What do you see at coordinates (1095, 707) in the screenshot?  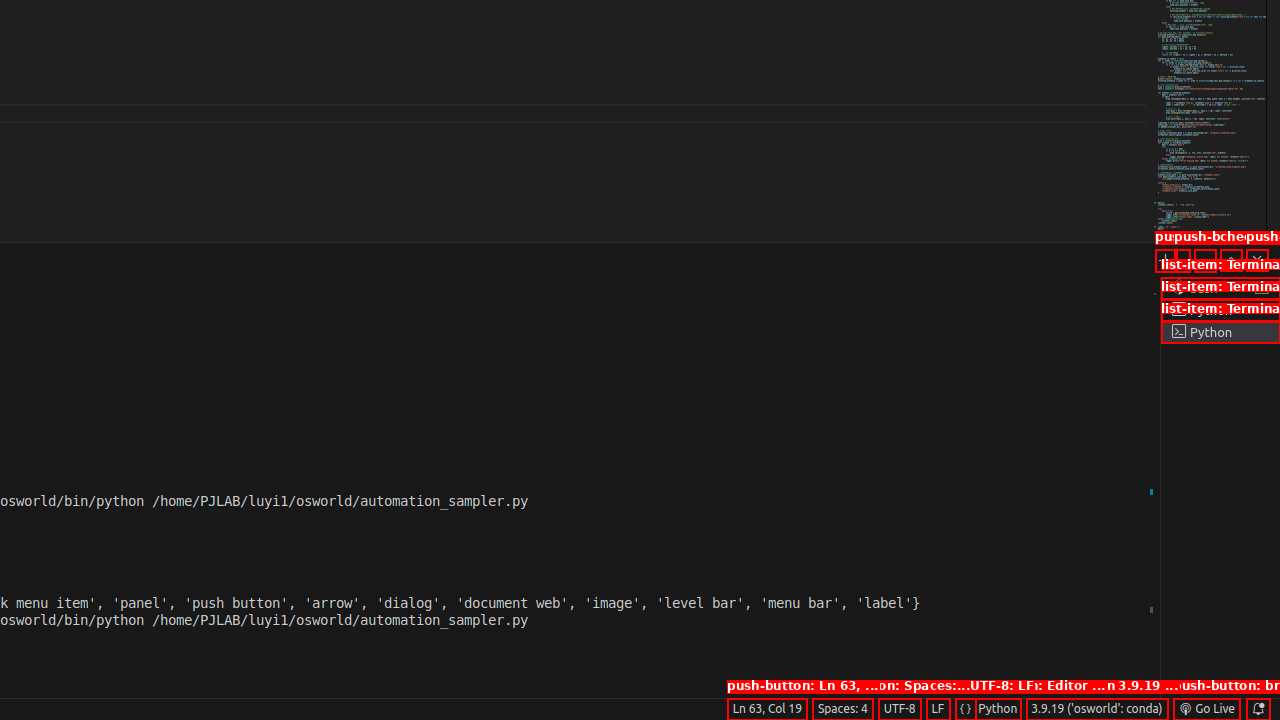 I see `'3.9.19 ('` at bounding box center [1095, 707].